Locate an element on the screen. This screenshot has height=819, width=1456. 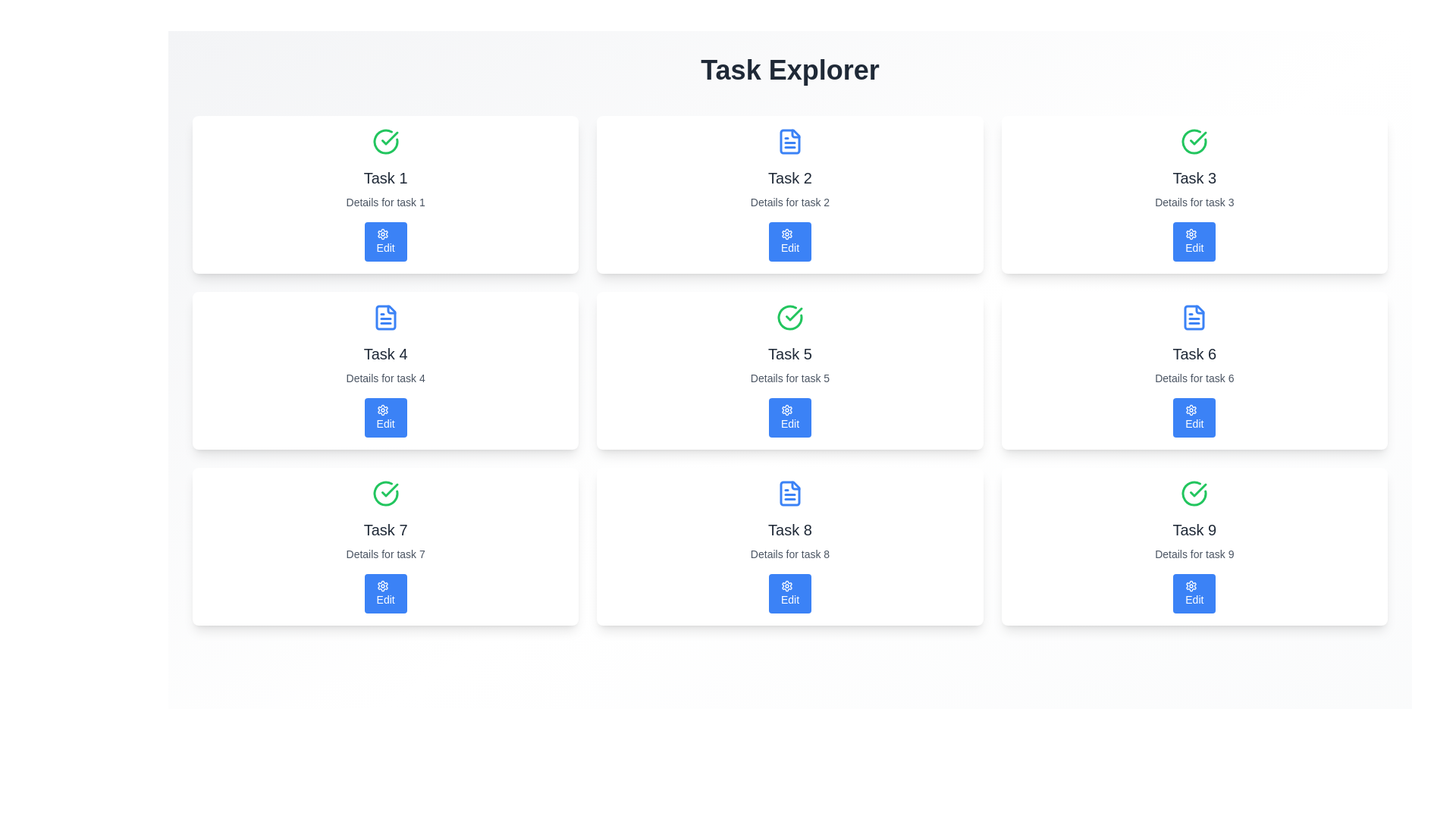
the completion icon located in the top left corner of the task card for 'Task 5', which indicates that the task has been completed or is in a confirmed state is located at coordinates (789, 317).